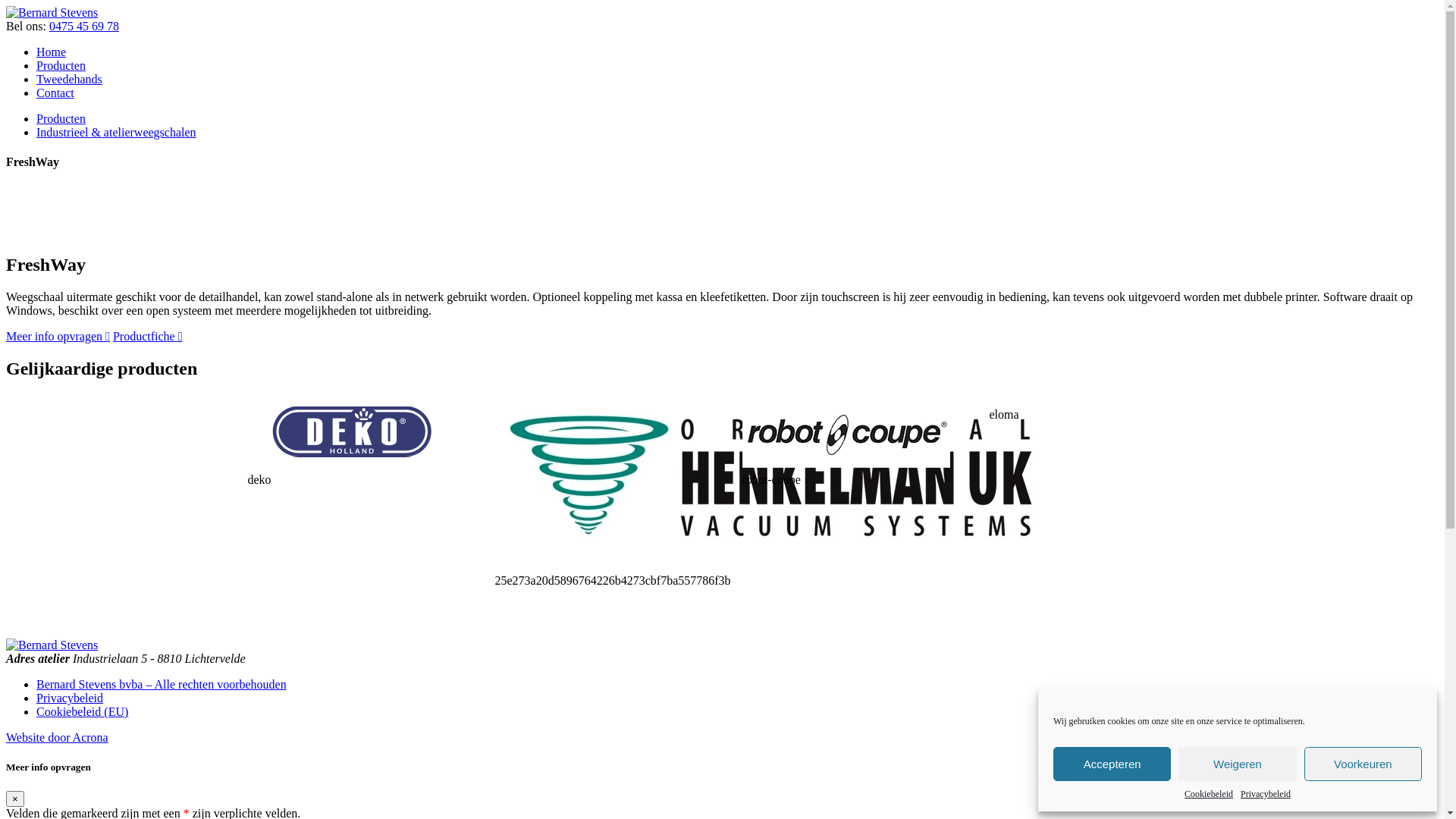 Image resolution: width=1456 pixels, height=819 pixels. What do you see at coordinates (52, 12) in the screenshot?
I see `'Bernard Stevens'` at bounding box center [52, 12].